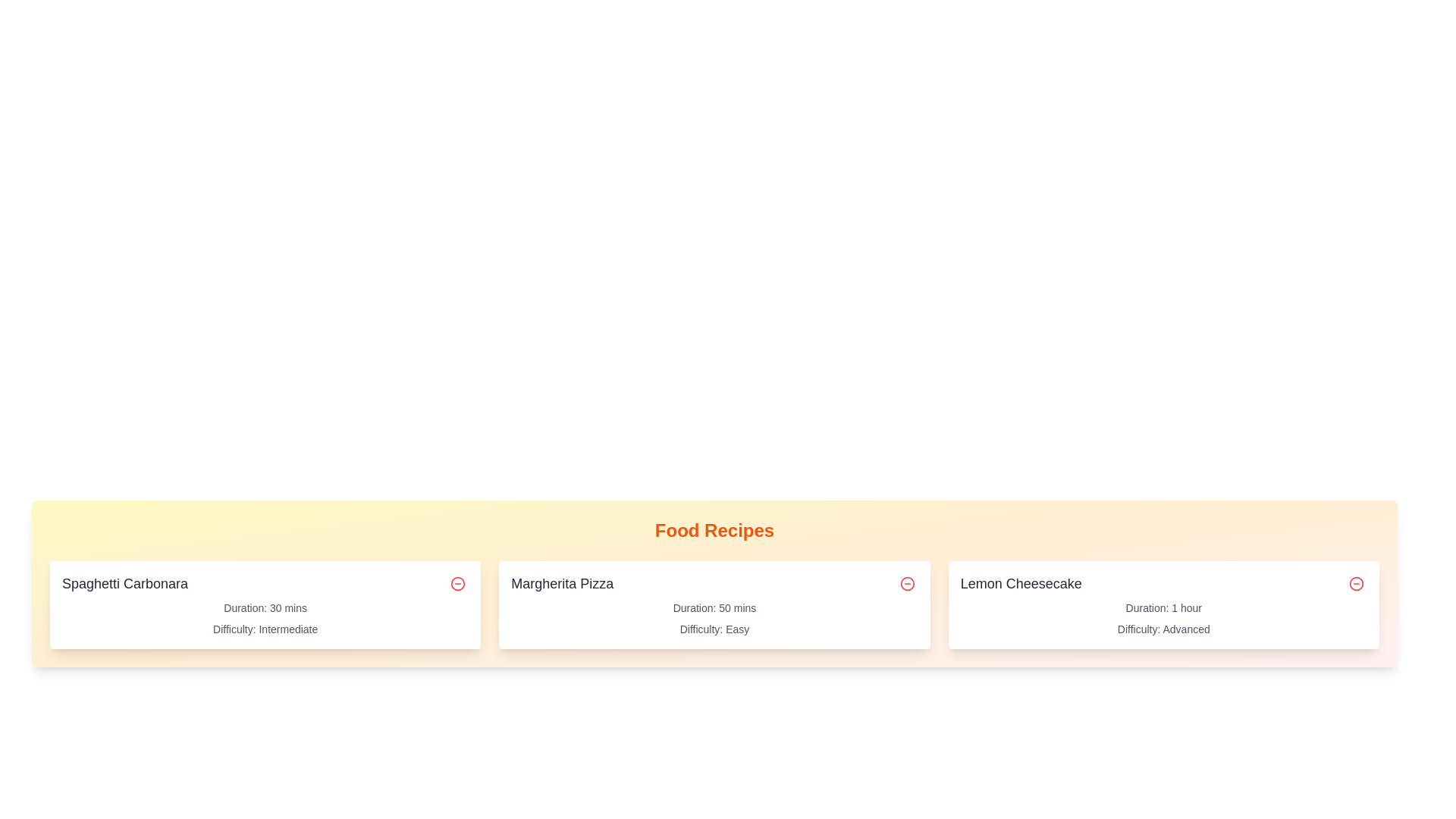 The width and height of the screenshot is (1456, 819). I want to click on the Text Display Group element that shows 'Duration: 50 mins' and 'Difficulty: Easy', located within the Margherita Pizza card component, so click(714, 619).